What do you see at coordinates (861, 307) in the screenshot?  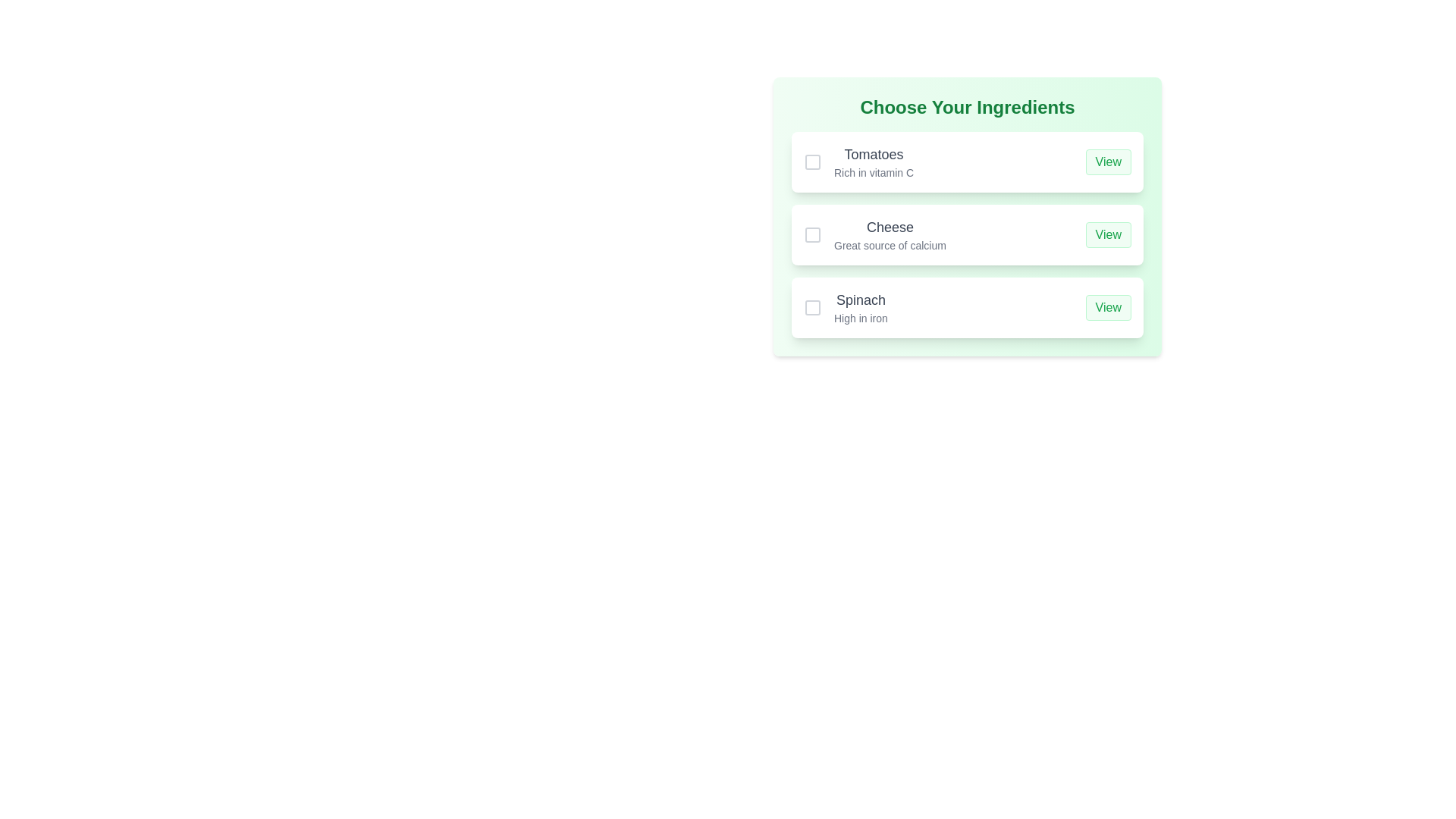 I see `text content of the Text Display that presents information about 'Spinach' and its nutritional feature 'High in iron' in the third row of the ingredient selection interface` at bounding box center [861, 307].